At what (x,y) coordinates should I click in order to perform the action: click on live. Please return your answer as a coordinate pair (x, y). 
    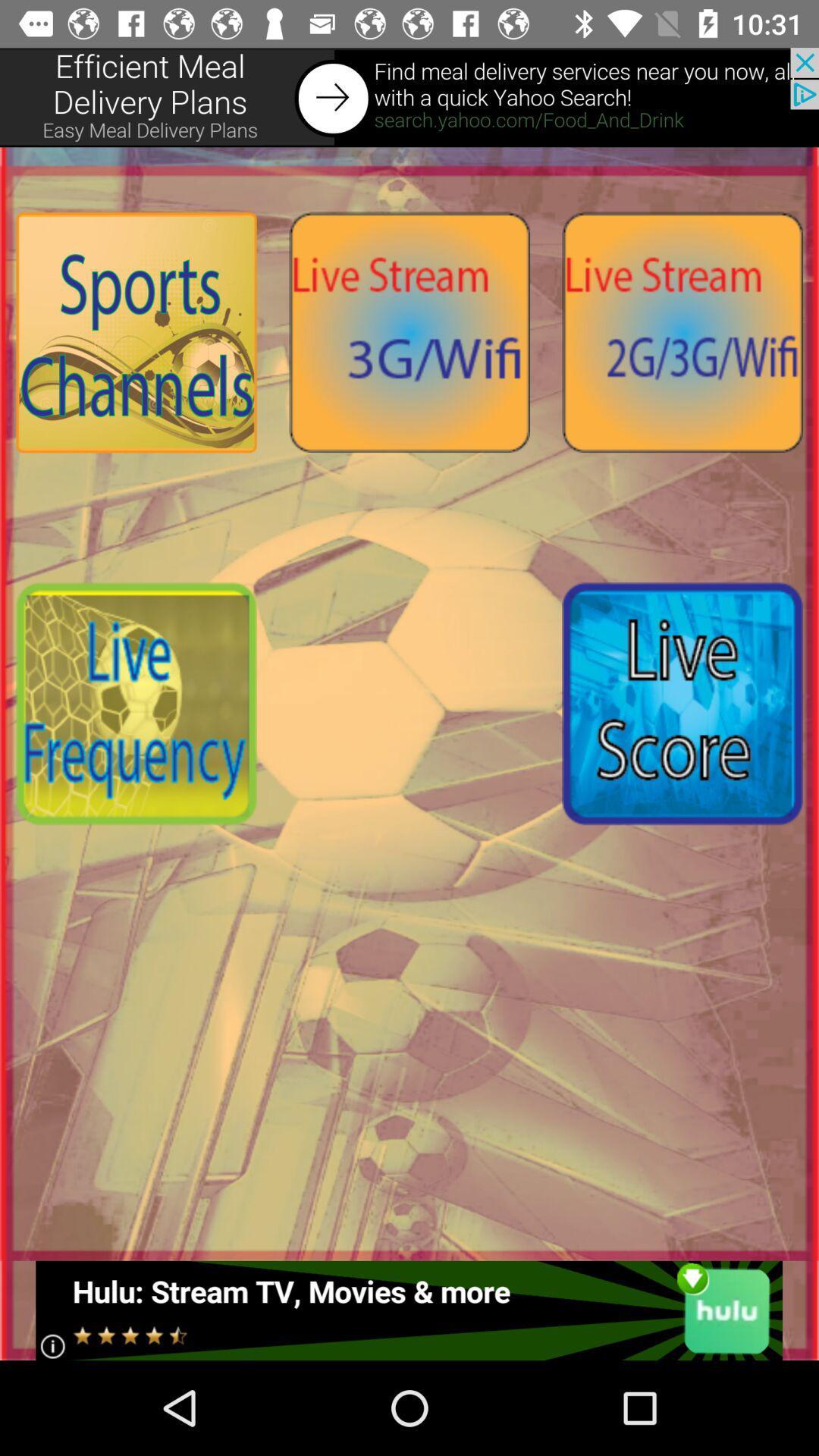
    Looking at the image, I should click on (681, 703).